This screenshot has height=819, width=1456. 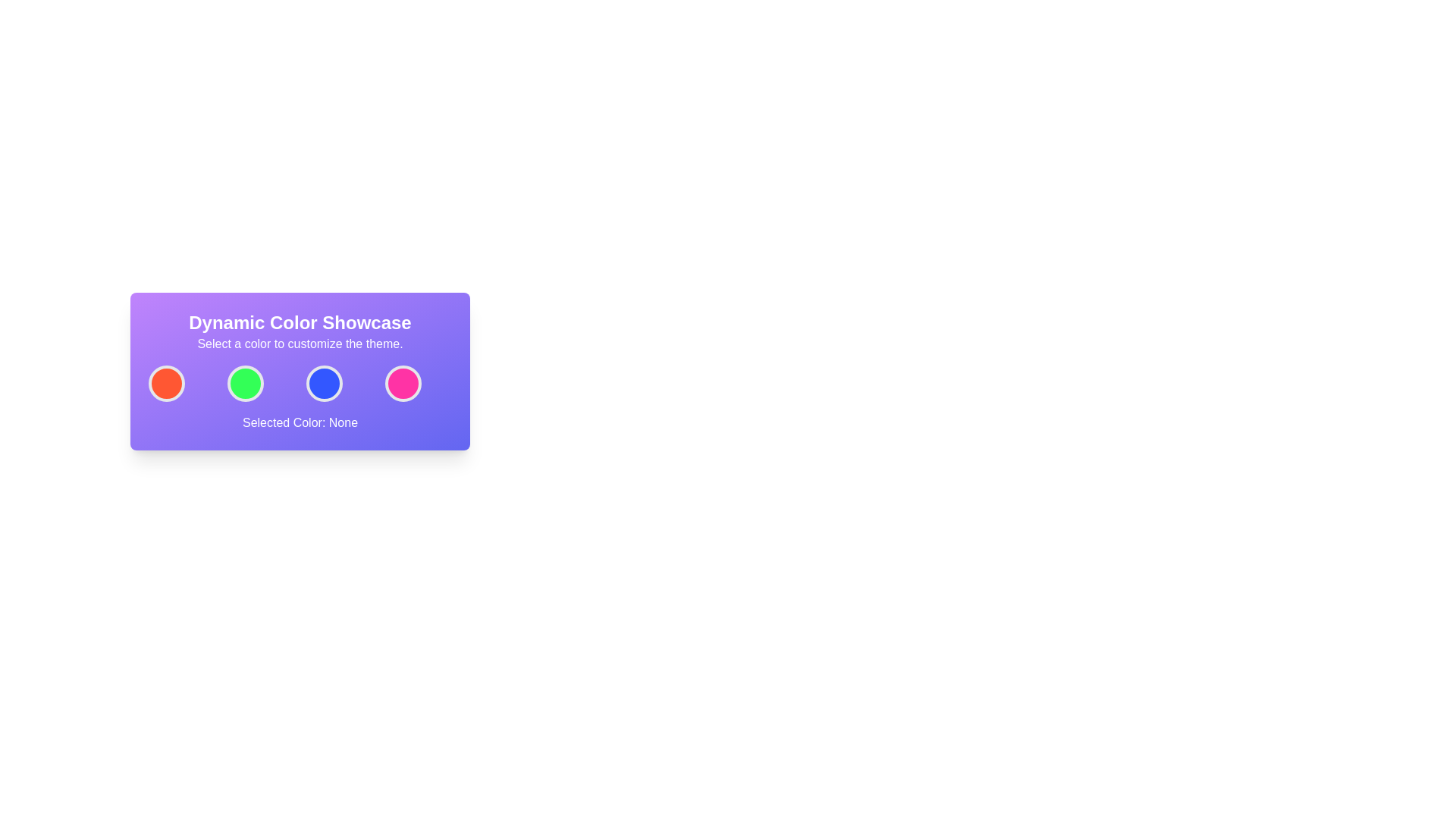 I want to click on the static text block that reads 'Select a color to customize the theme.' which is centrally aligned below the heading 'Dynamic Color Showcase', so click(x=300, y=344).